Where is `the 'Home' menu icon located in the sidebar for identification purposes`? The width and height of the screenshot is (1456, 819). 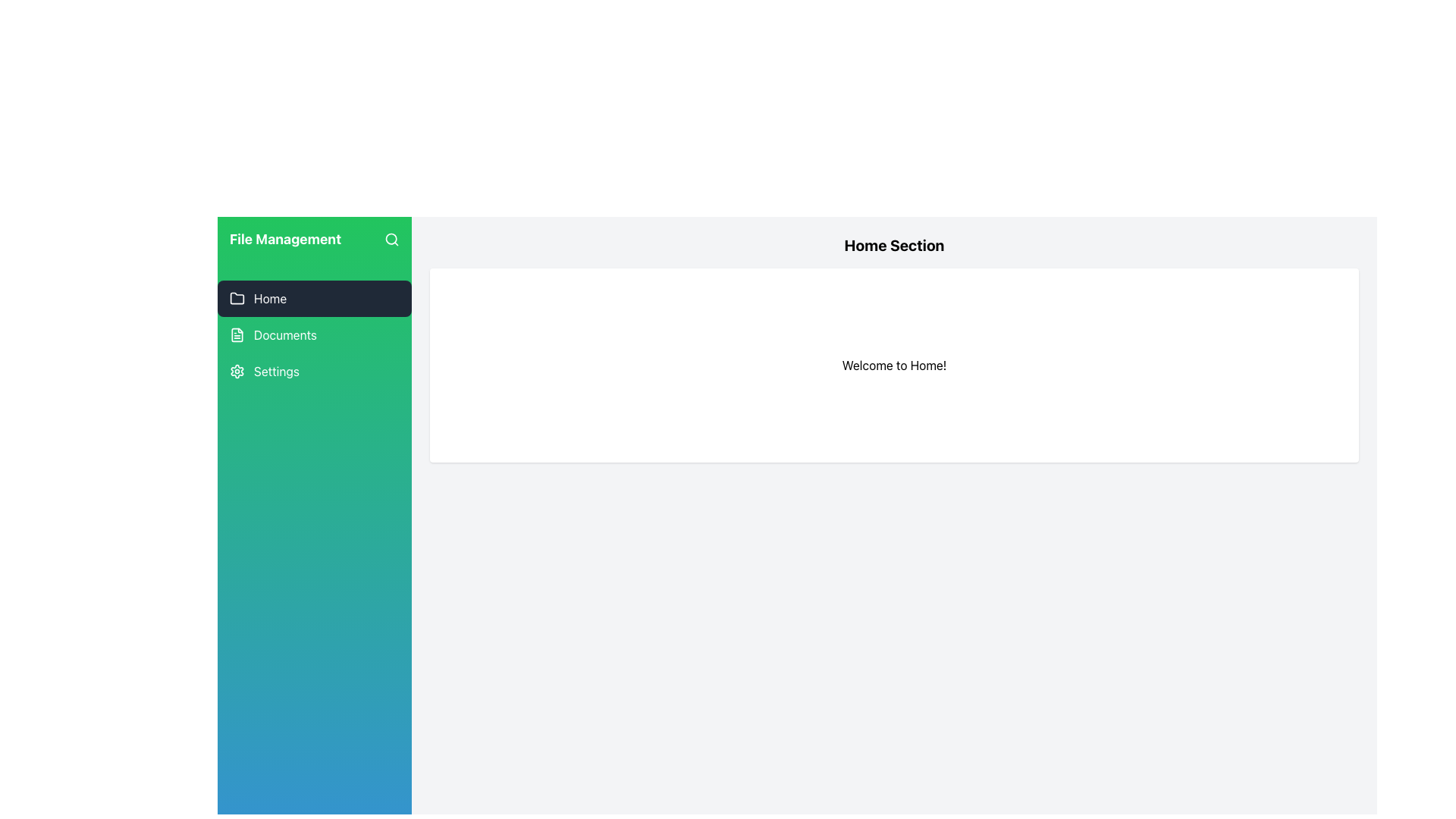 the 'Home' menu icon located in the sidebar for identification purposes is located at coordinates (236, 298).